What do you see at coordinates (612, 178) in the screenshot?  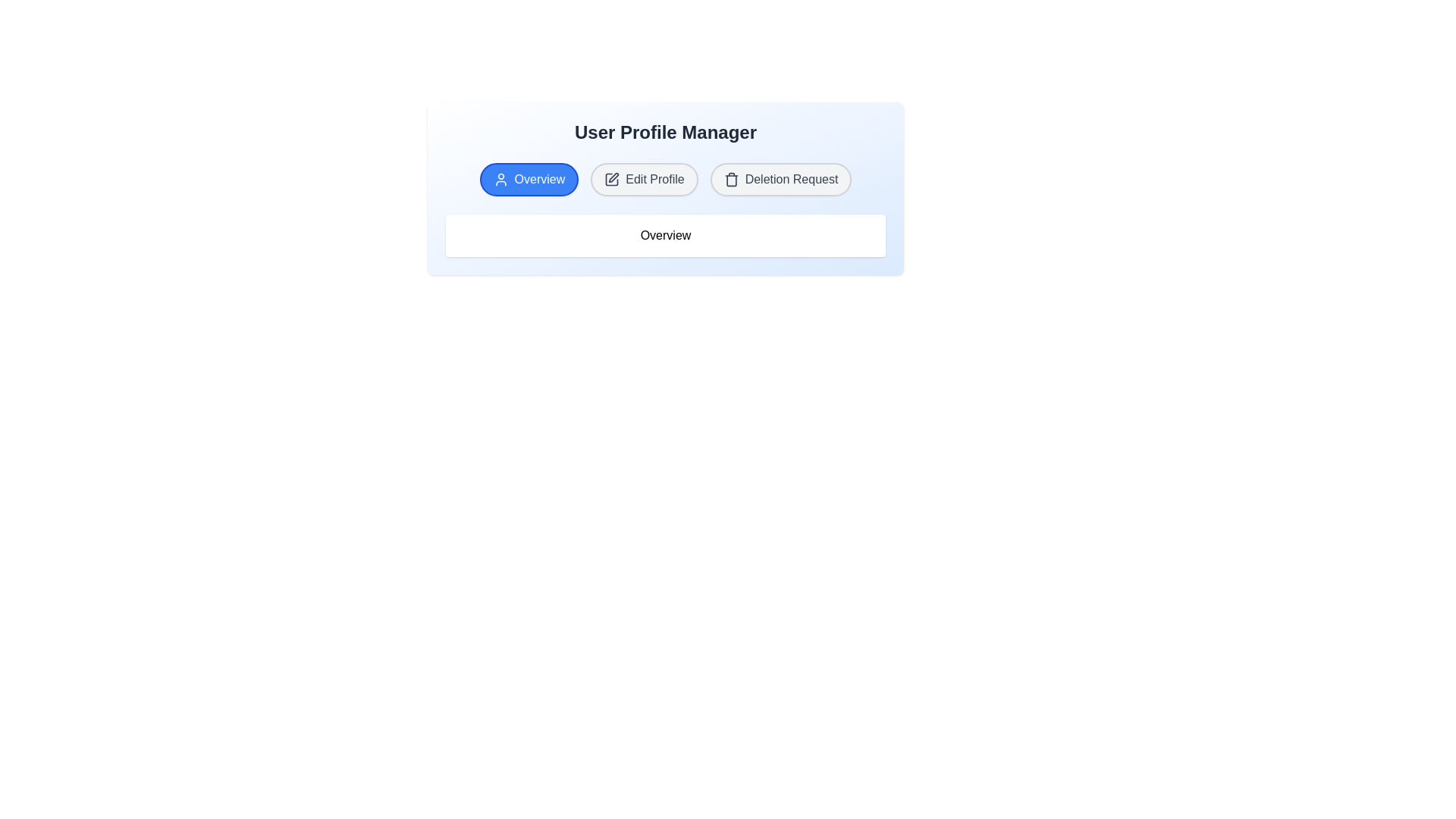 I see `the icon of the Edit Profile tab` at bounding box center [612, 178].